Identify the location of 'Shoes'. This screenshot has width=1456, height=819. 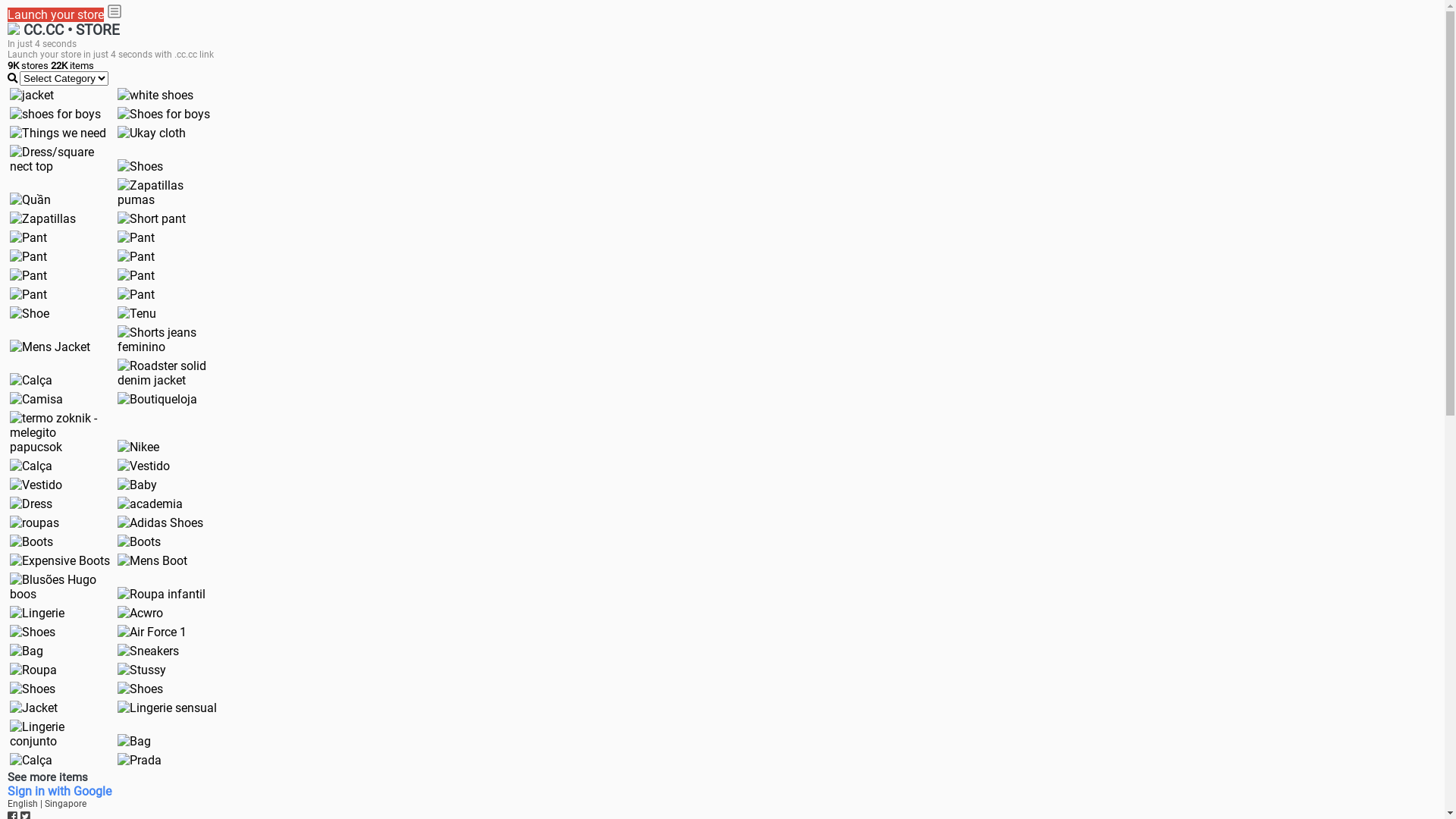
(116, 166).